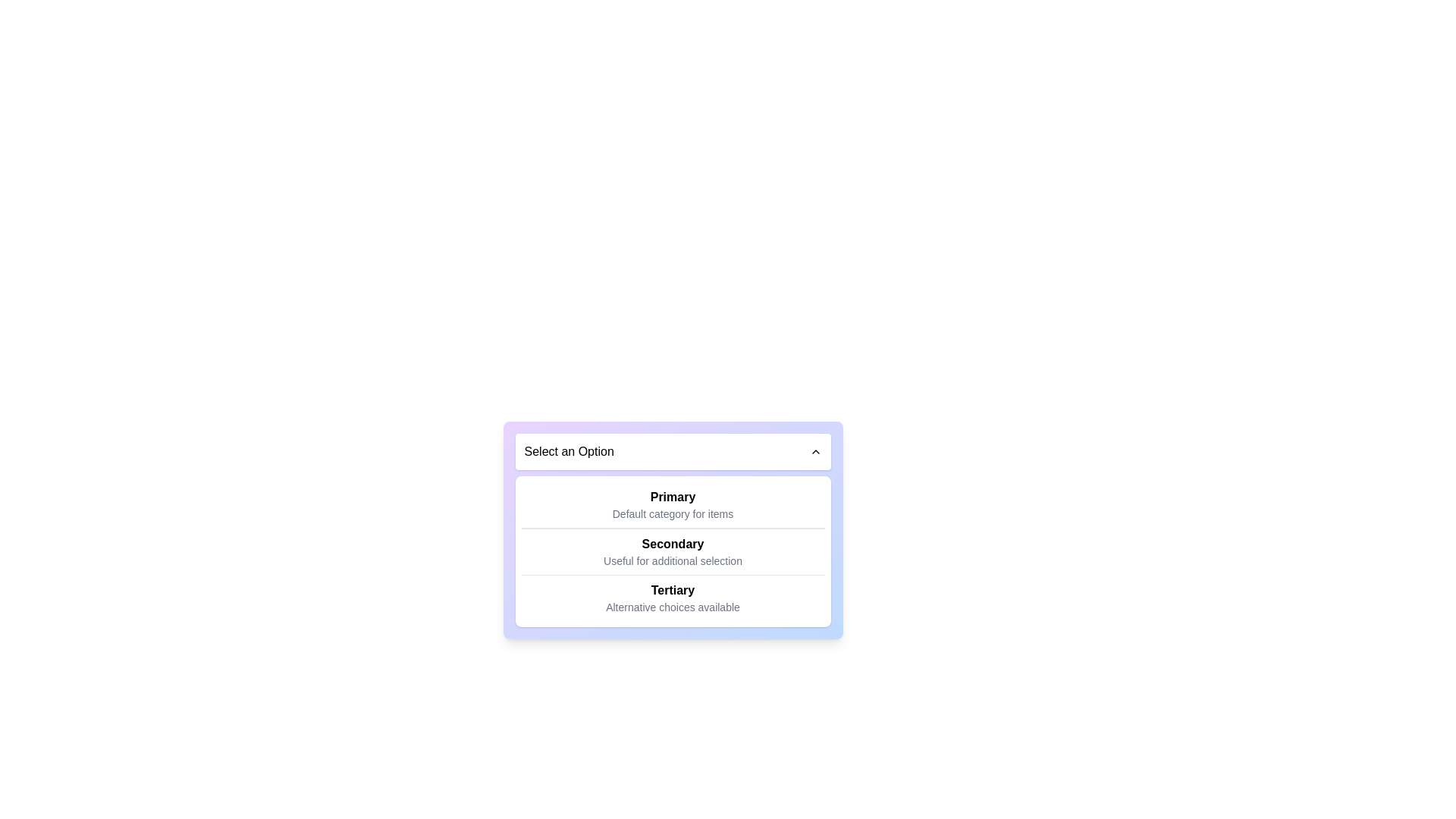 The width and height of the screenshot is (1456, 819). What do you see at coordinates (672, 597) in the screenshot?
I see `the 'Tertiary' option in the list, which is the last item below 'Primary' and 'Secondary'` at bounding box center [672, 597].